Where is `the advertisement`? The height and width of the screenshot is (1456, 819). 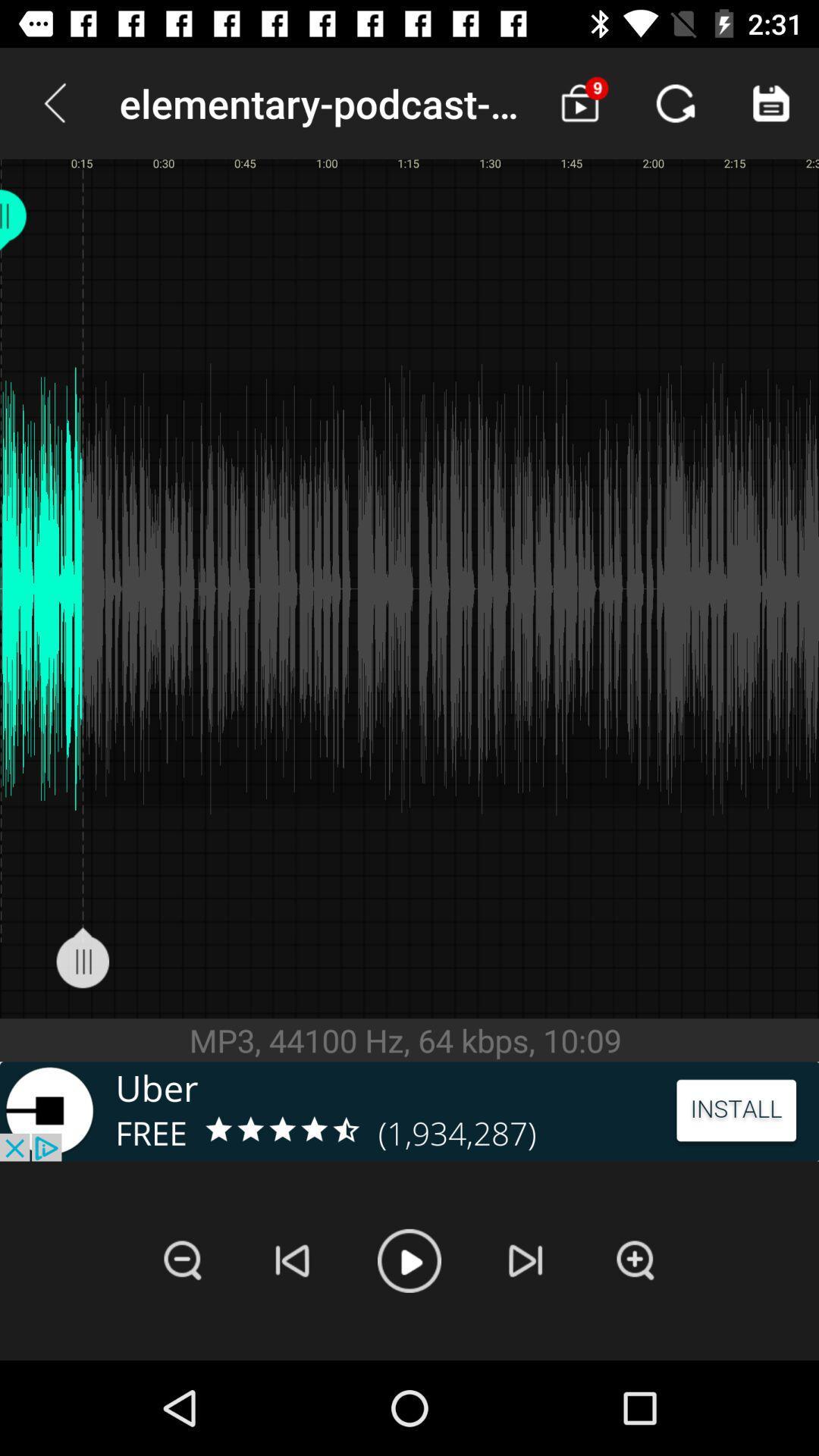 the advertisement is located at coordinates (409, 1111).